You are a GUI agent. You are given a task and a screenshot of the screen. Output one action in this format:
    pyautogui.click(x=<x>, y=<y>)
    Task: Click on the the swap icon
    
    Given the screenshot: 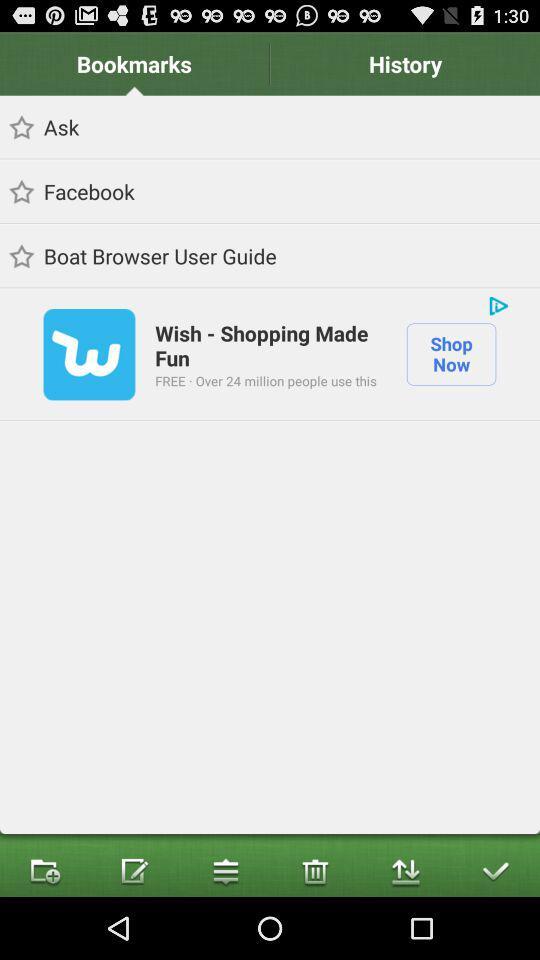 What is the action you would take?
    pyautogui.click(x=405, y=931)
    